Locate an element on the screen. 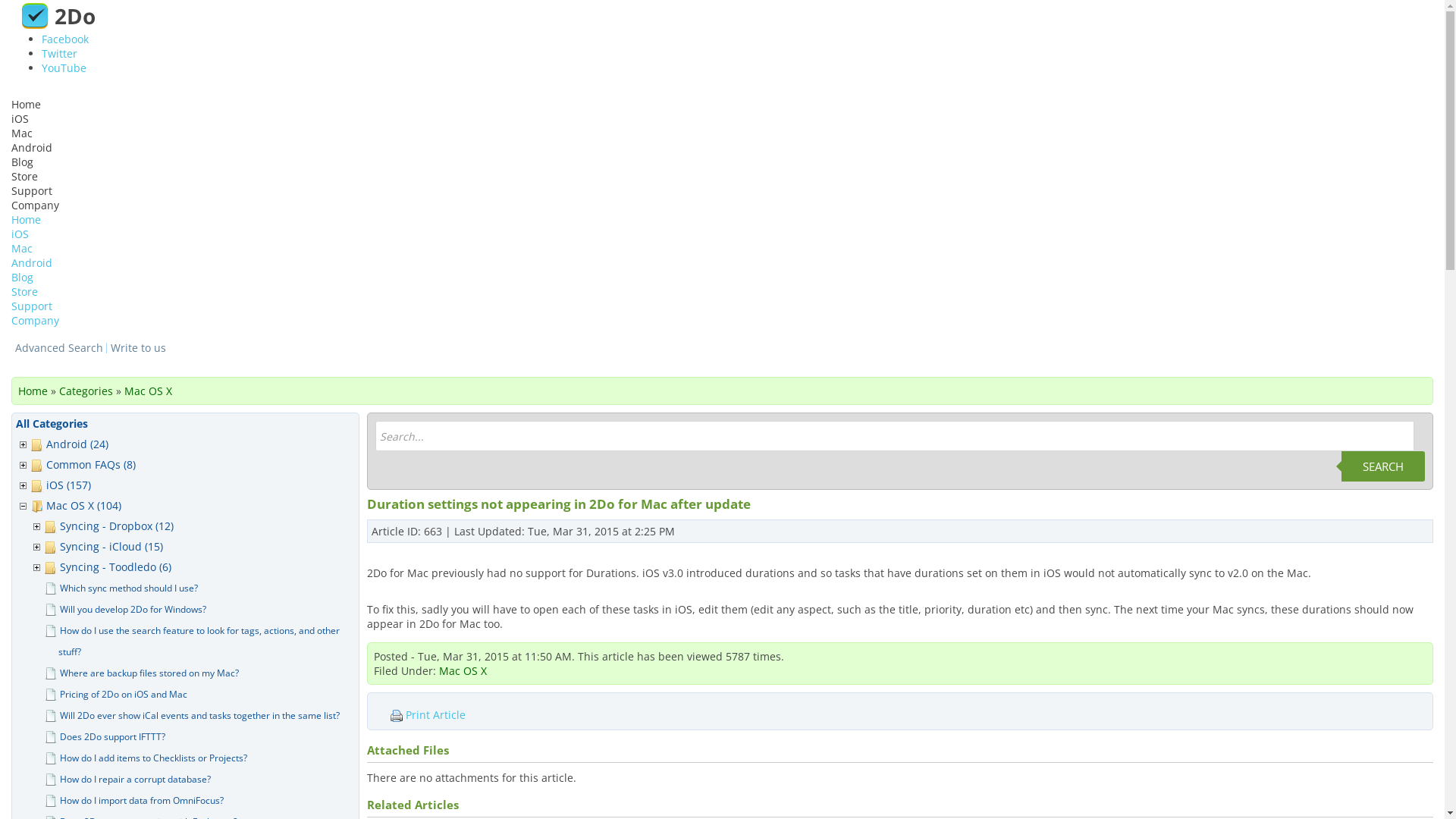 This screenshot has width=1456, height=819. 'Store' is located at coordinates (24, 175).